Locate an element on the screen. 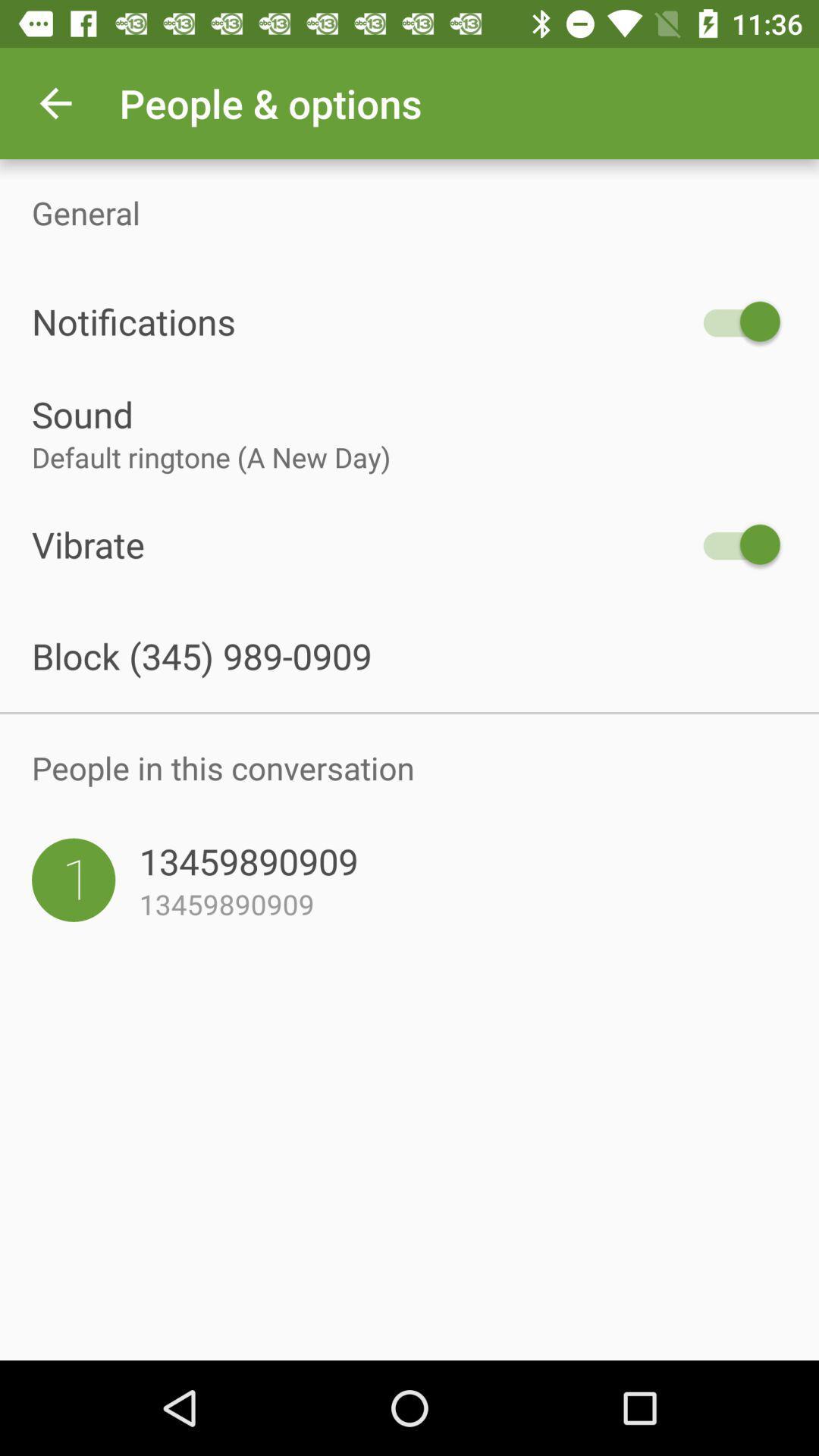  item above the sound is located at coordinates (362, 321).